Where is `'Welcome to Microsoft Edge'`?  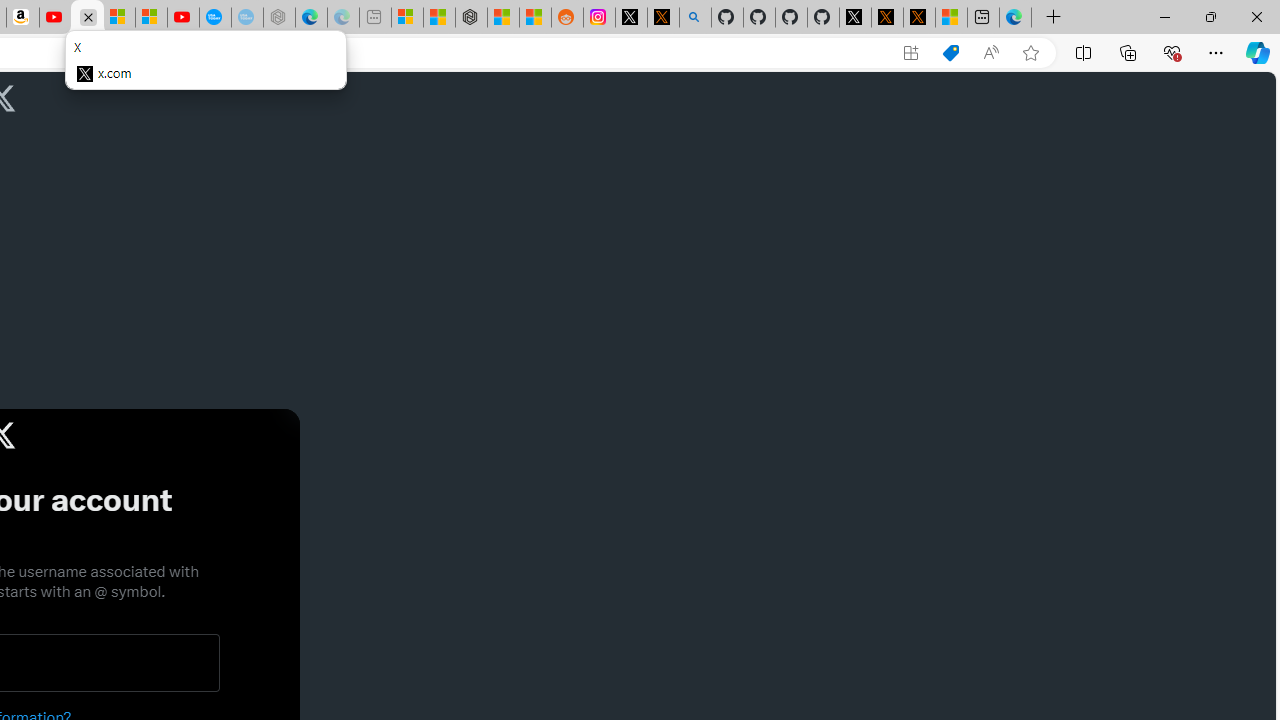
'Welcome to Microsoft Edge' is located at coordinates (1015, 17).